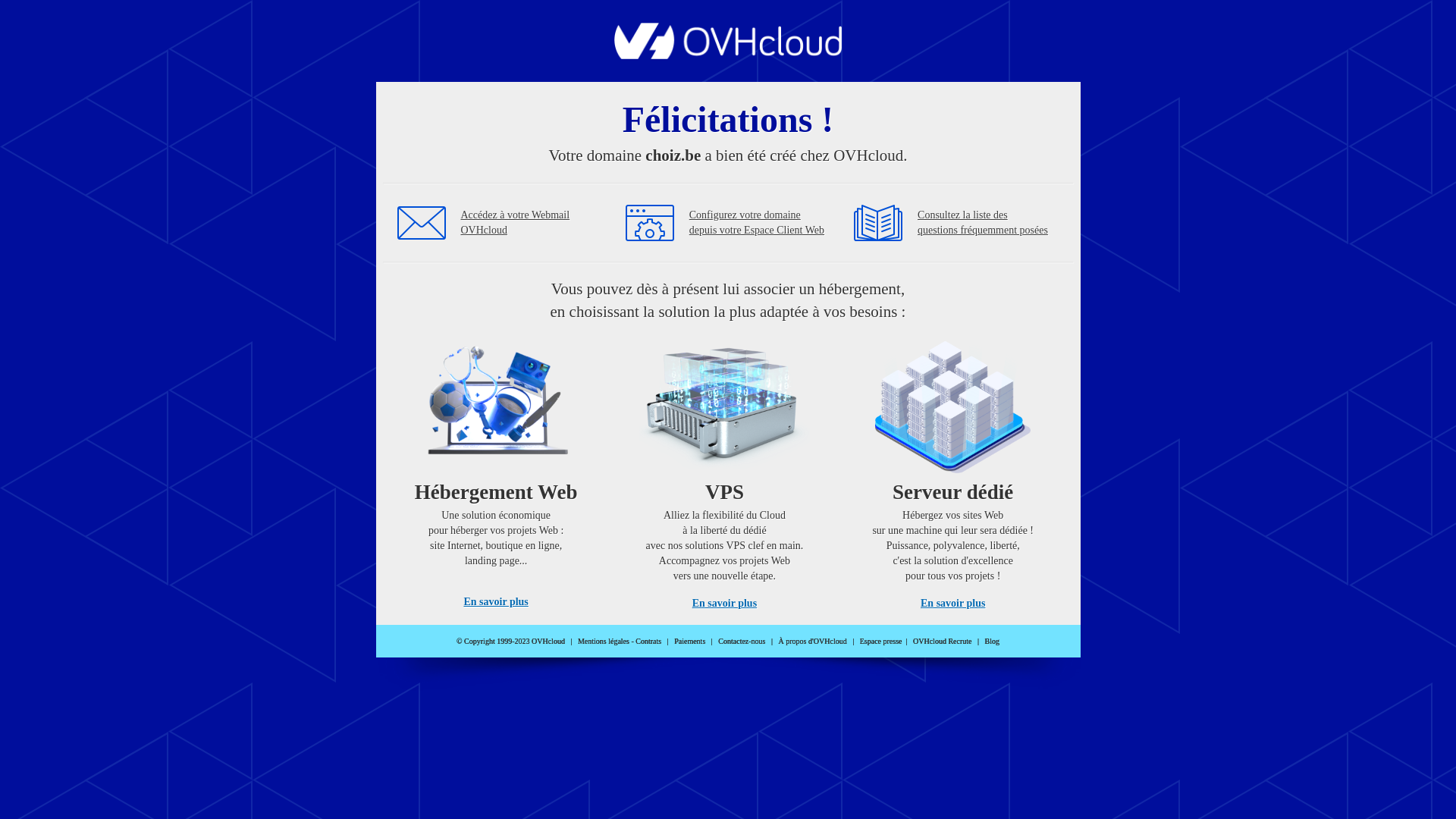 The image size is (1456, 819). What do you see at coordinates (691, 602) in the screenshot?
I see `'En savoir plus'` at bounding box center [691, 602].